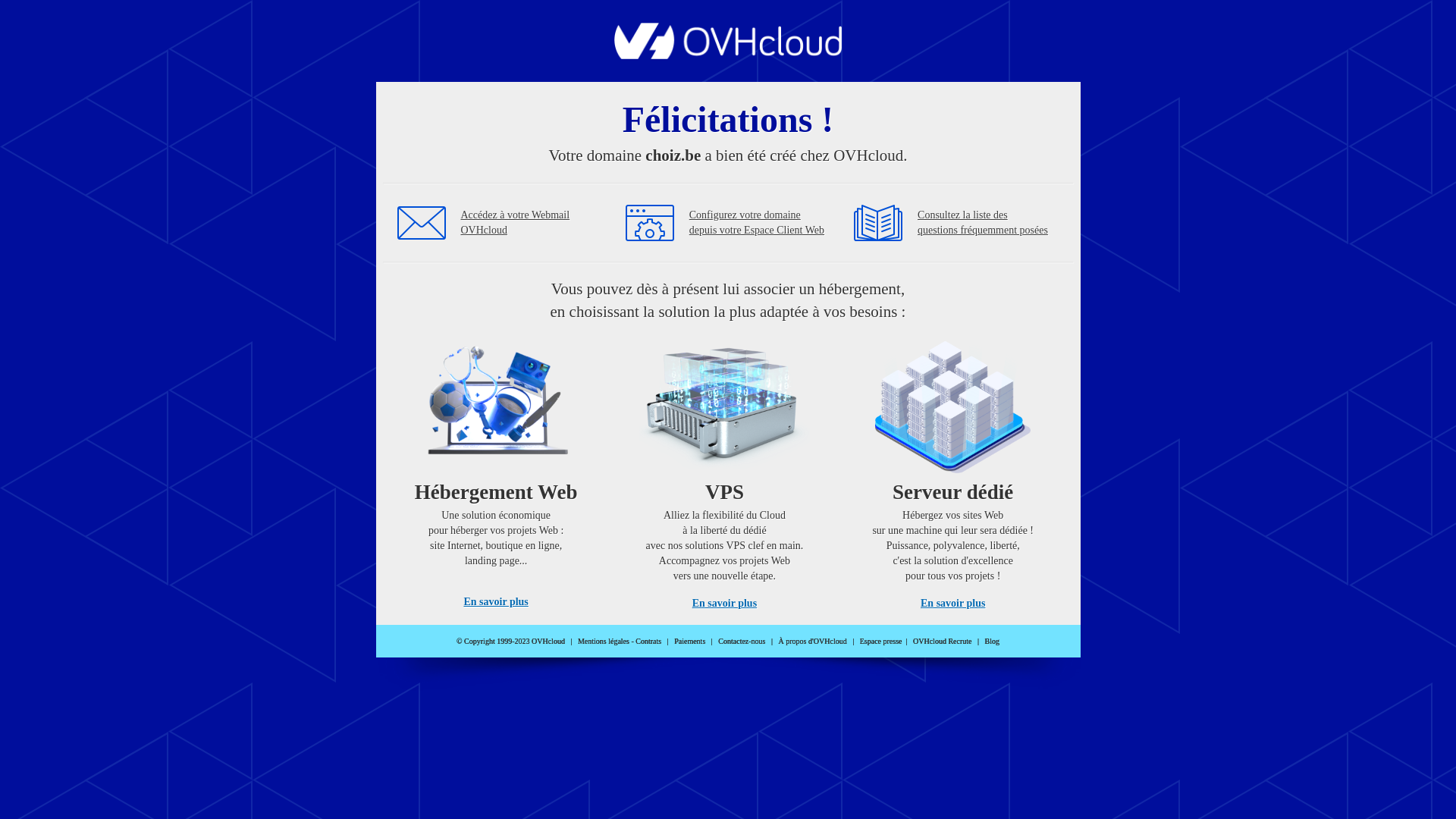 The image size is (1456, 819). What do you see at coordinates (691, 602) in the screenshot?
I see `'En savoir plus'` at bounding box center [691, 602].